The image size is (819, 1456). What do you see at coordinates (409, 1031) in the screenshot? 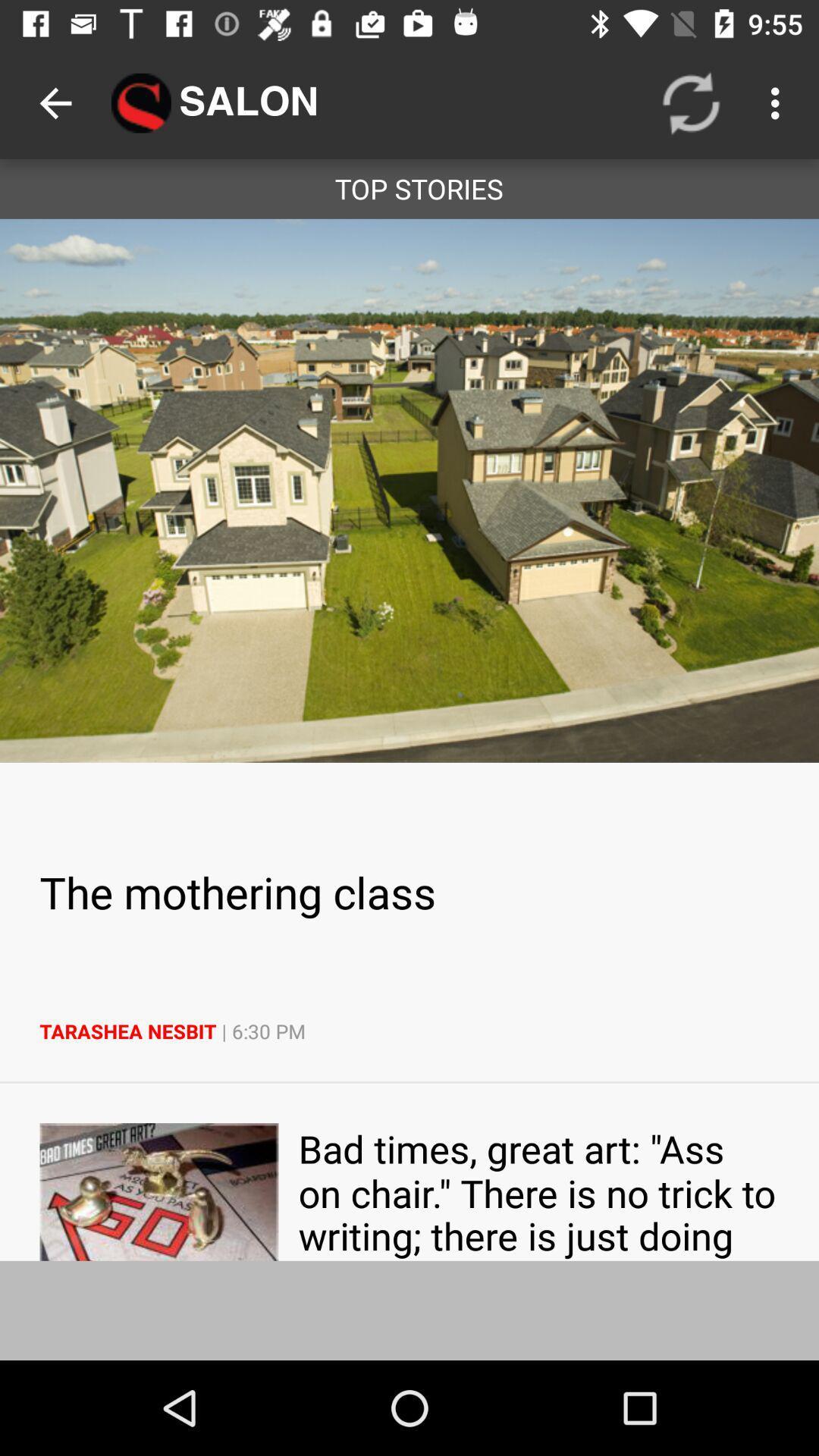
I see `tarashea nesbit 6 app` at bounding box center [409, 1031].